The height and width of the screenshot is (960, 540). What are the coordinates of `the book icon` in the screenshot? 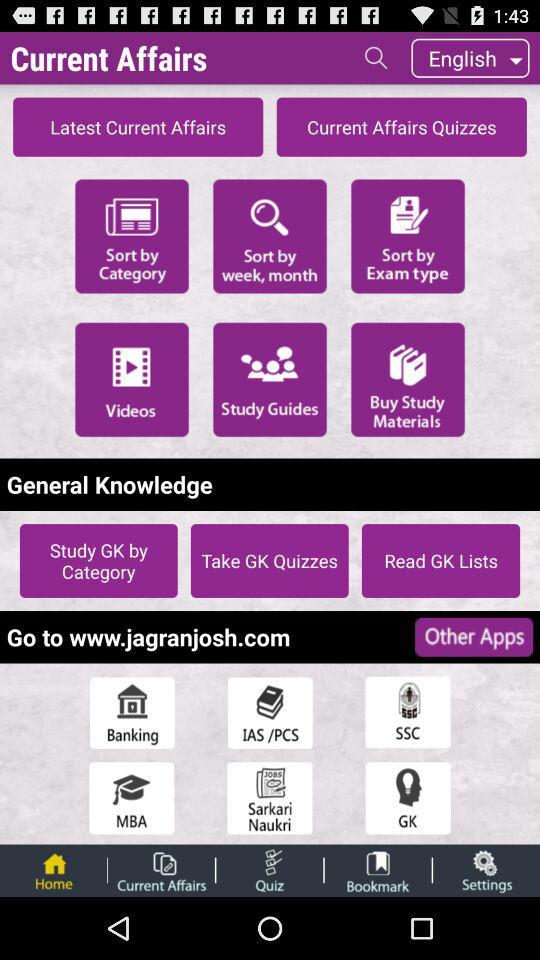 It's located at (270, 761).